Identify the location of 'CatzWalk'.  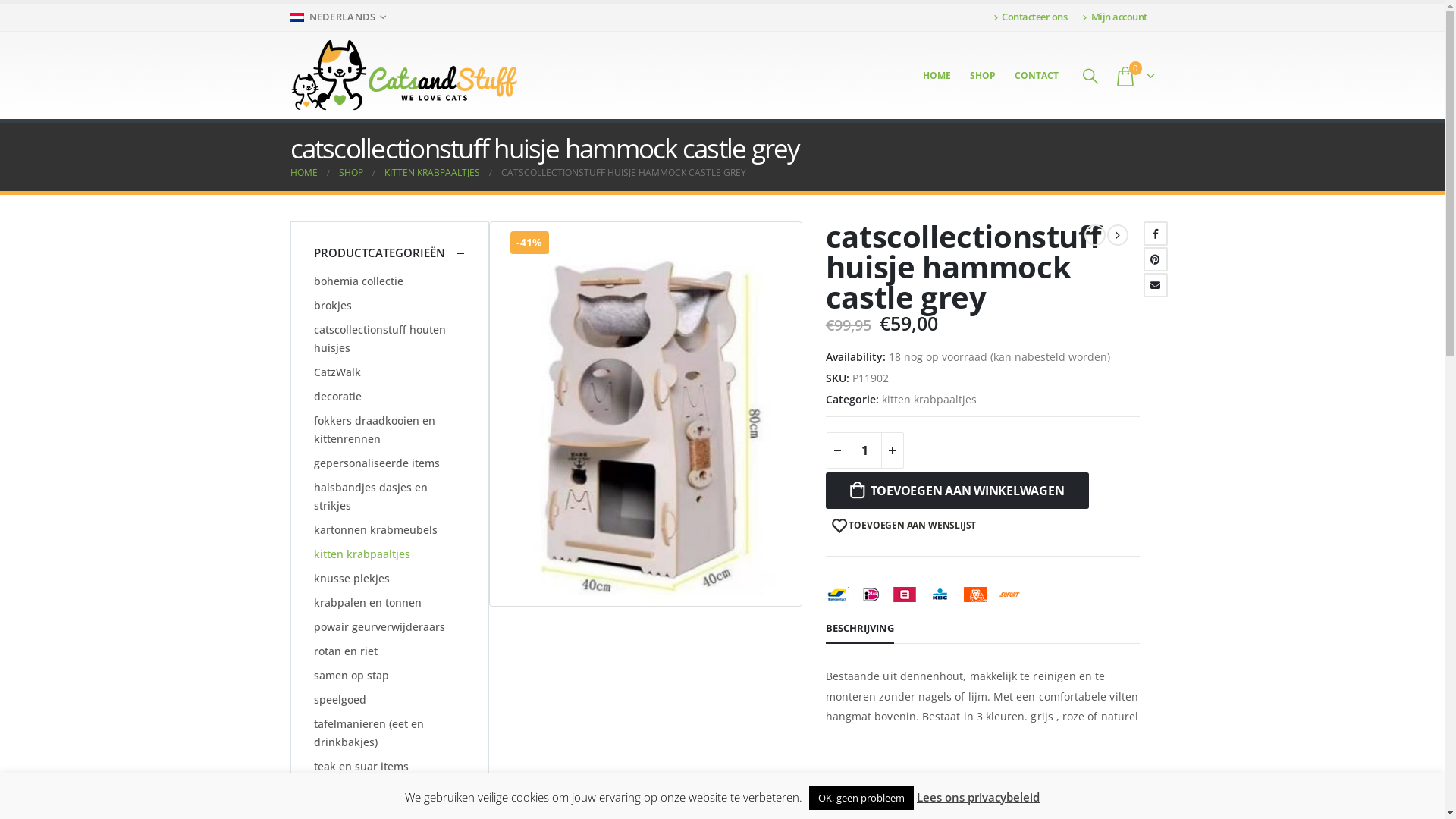
(312, 372).